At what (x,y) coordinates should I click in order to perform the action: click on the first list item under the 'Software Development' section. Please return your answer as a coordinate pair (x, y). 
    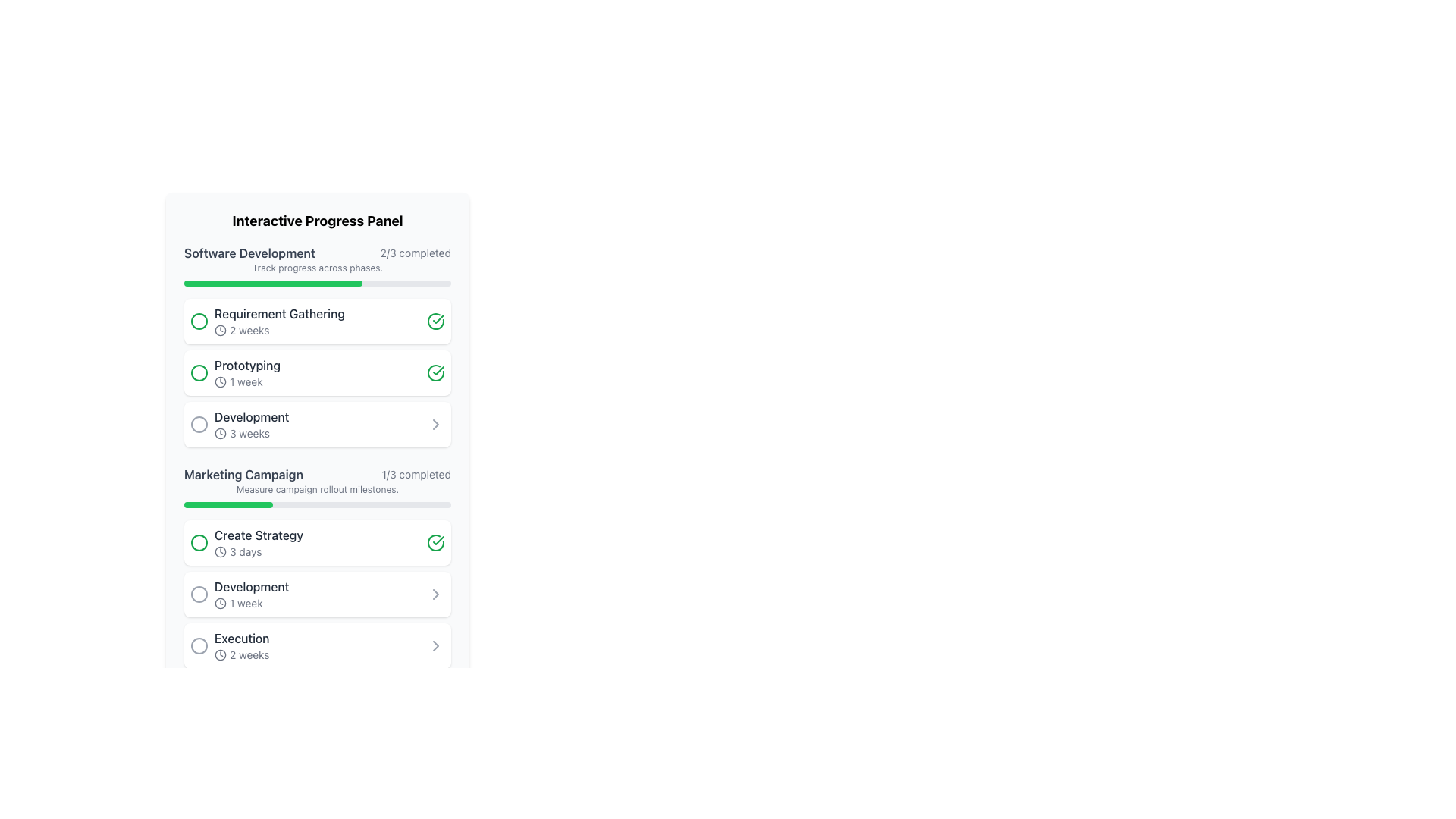
    Looking at the image, I should click on (316, 321).